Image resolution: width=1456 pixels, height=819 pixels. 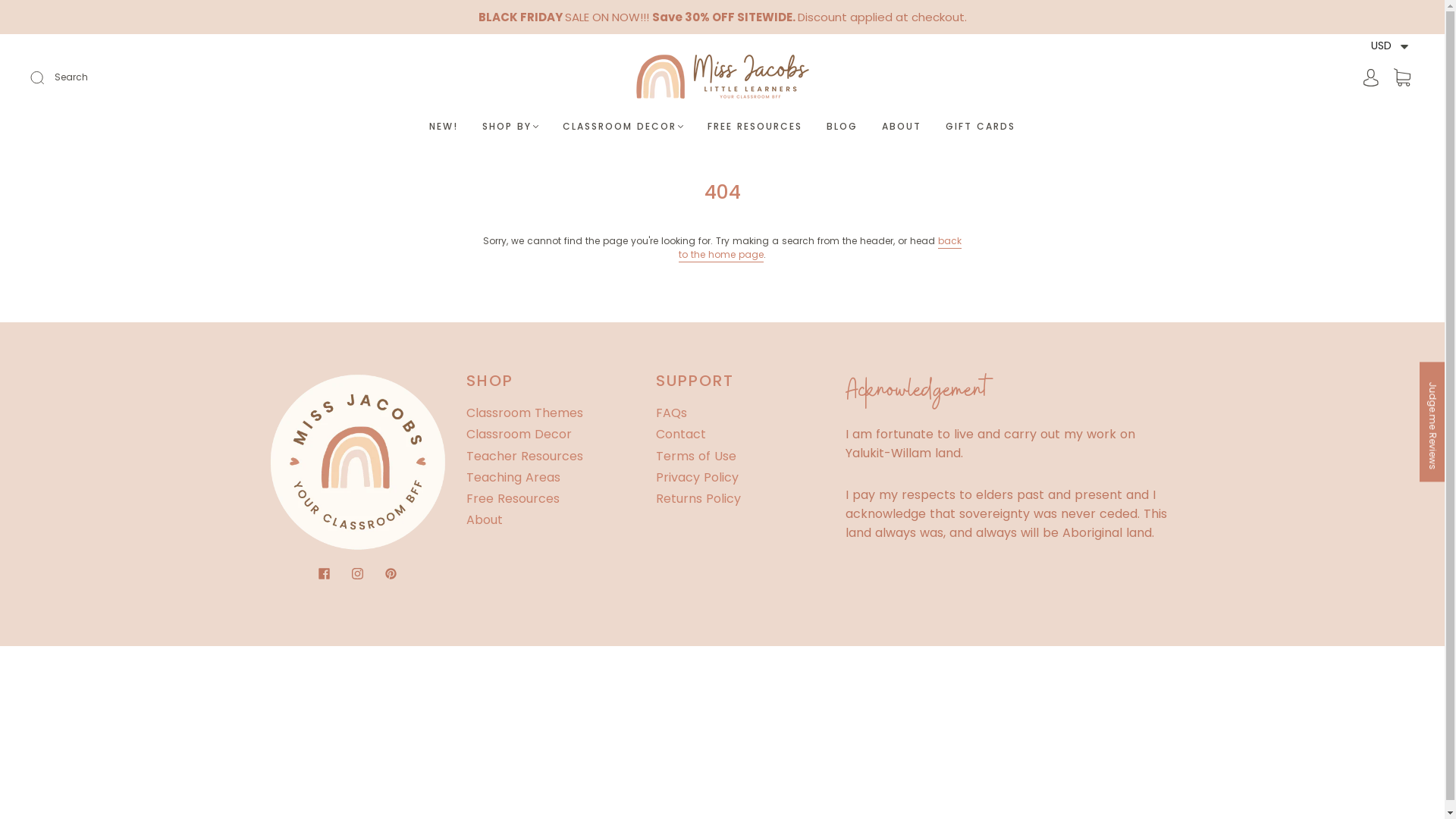 I want to click on 'Returns Policy', so click(x=697, y=498).